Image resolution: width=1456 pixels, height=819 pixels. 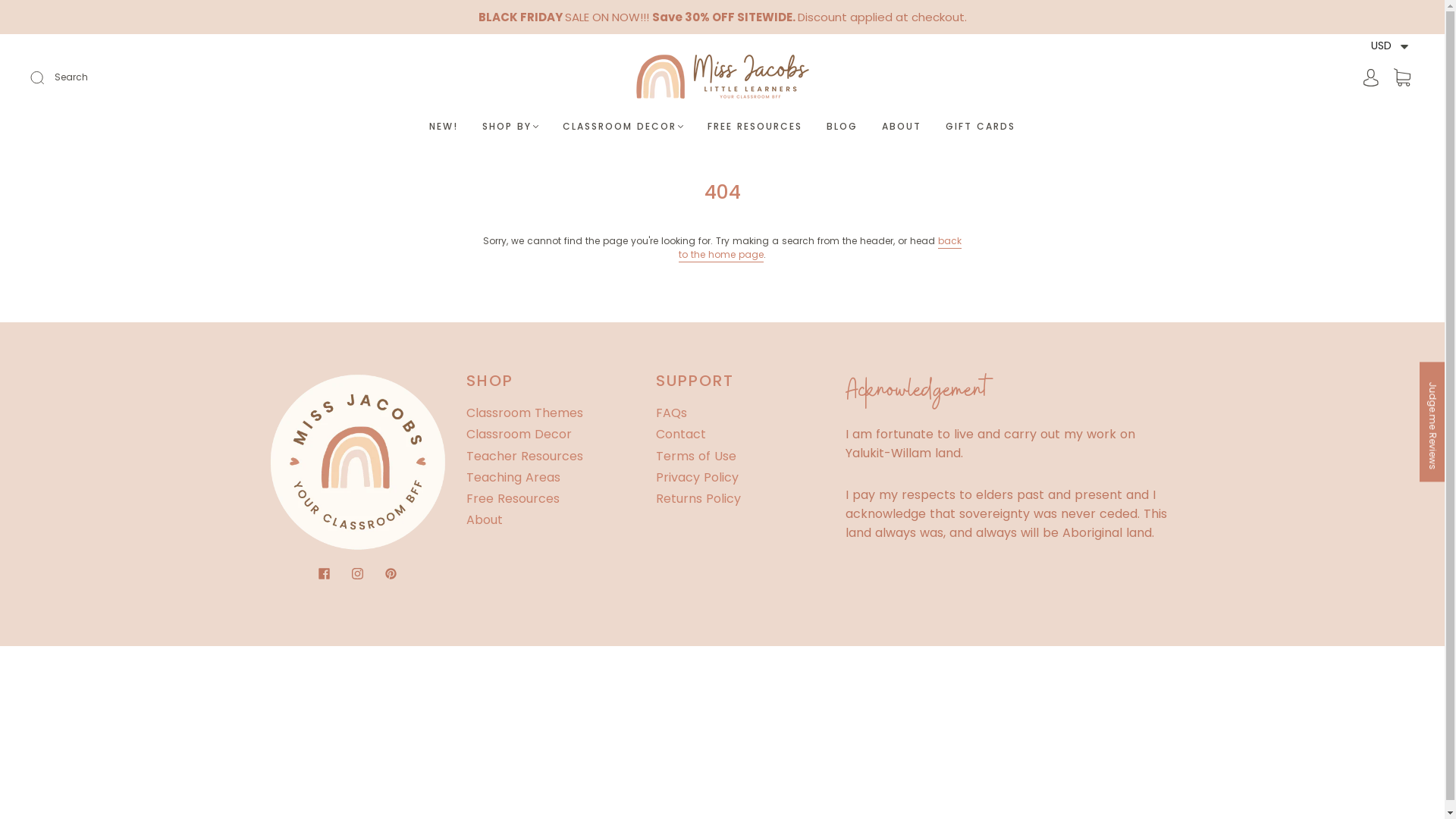 I want to click on 'Returns Policy', so click(x=697, y=498).